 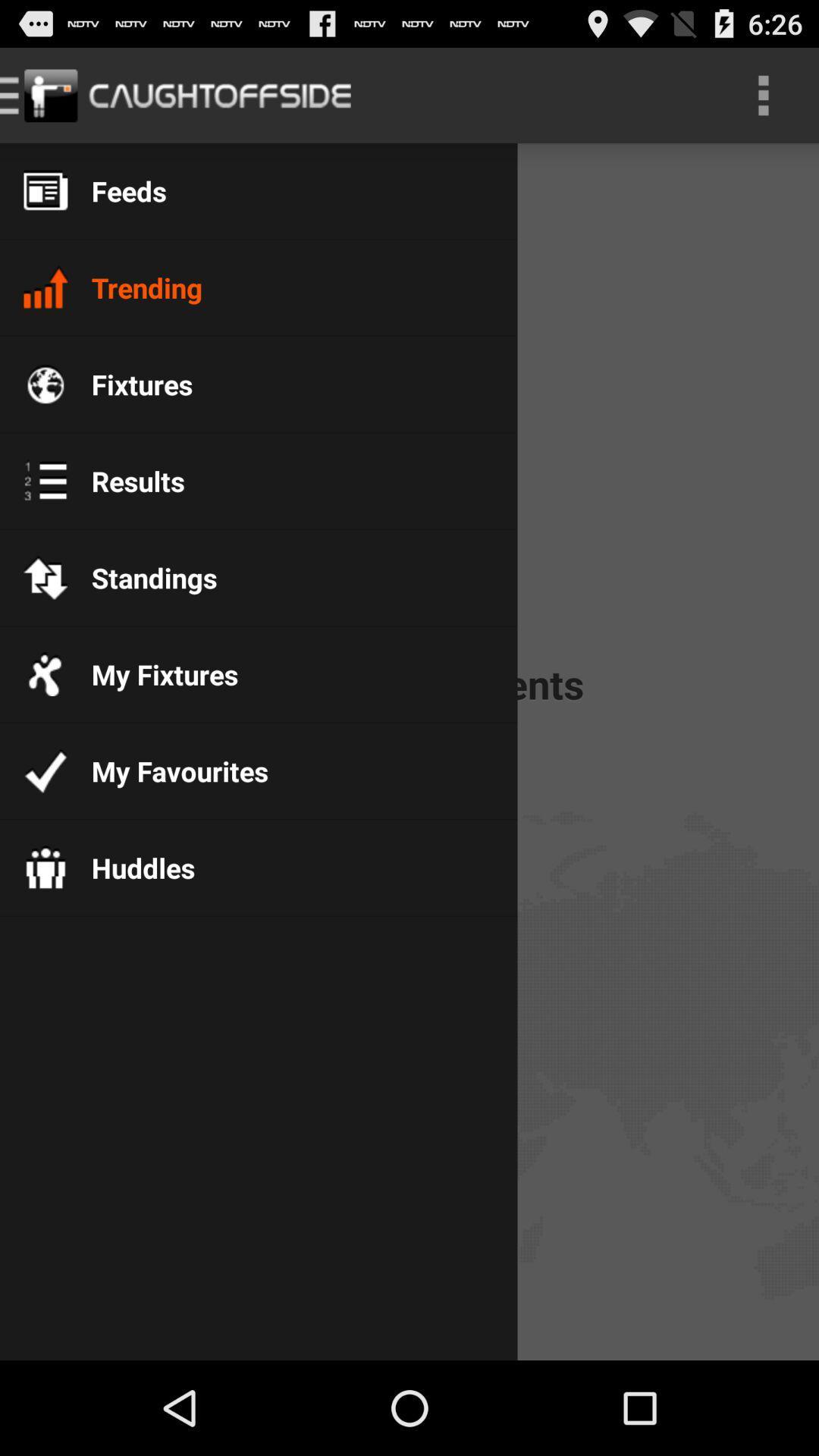 What do you see at coordinates (125, 480) in the screenshot?
I see `results app` at bounding box center [125, 480].